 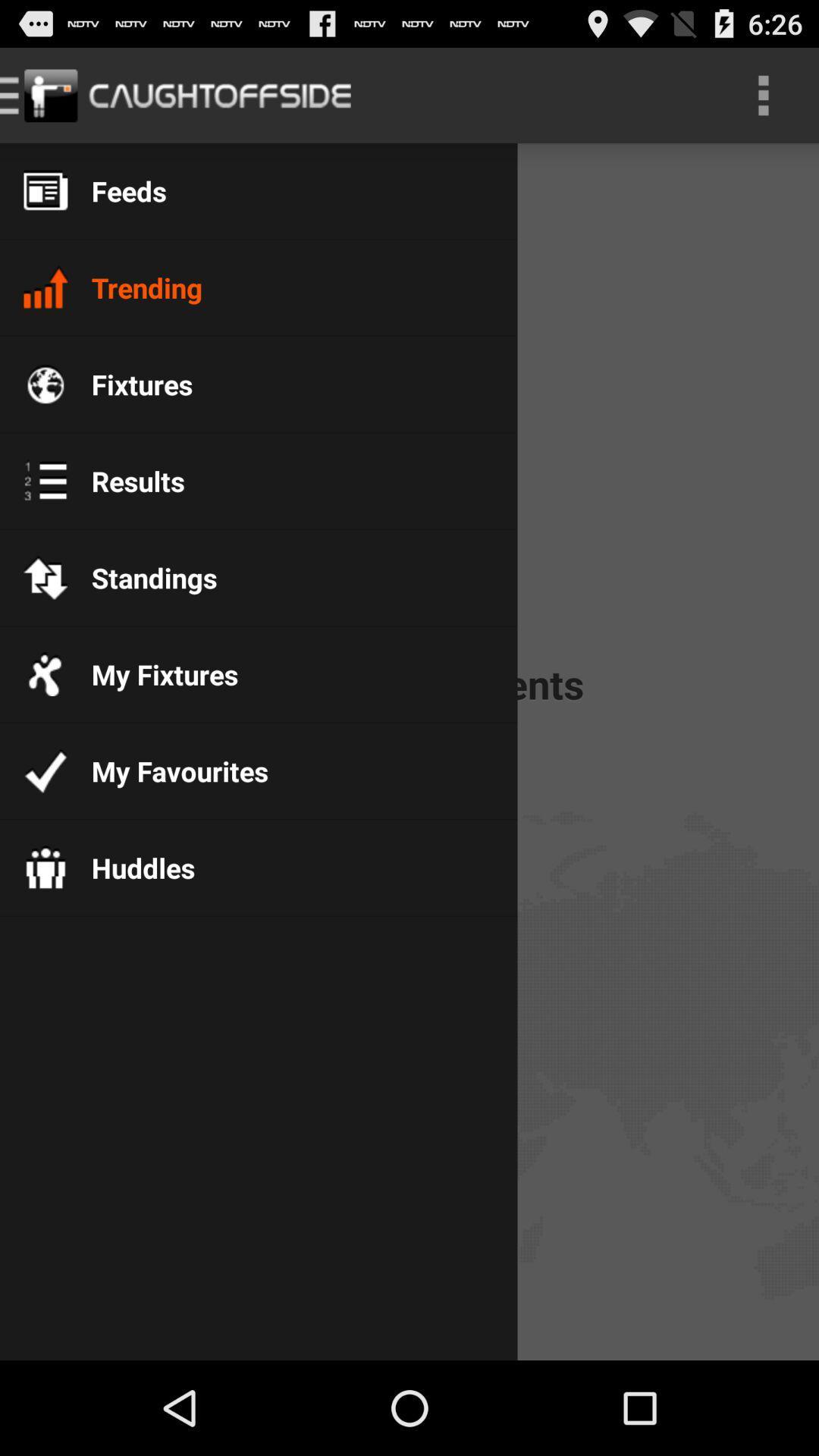 What do you see at coordinates (125, 480) in the screenshot?
I see `results app` at bounding box center [125, 480].